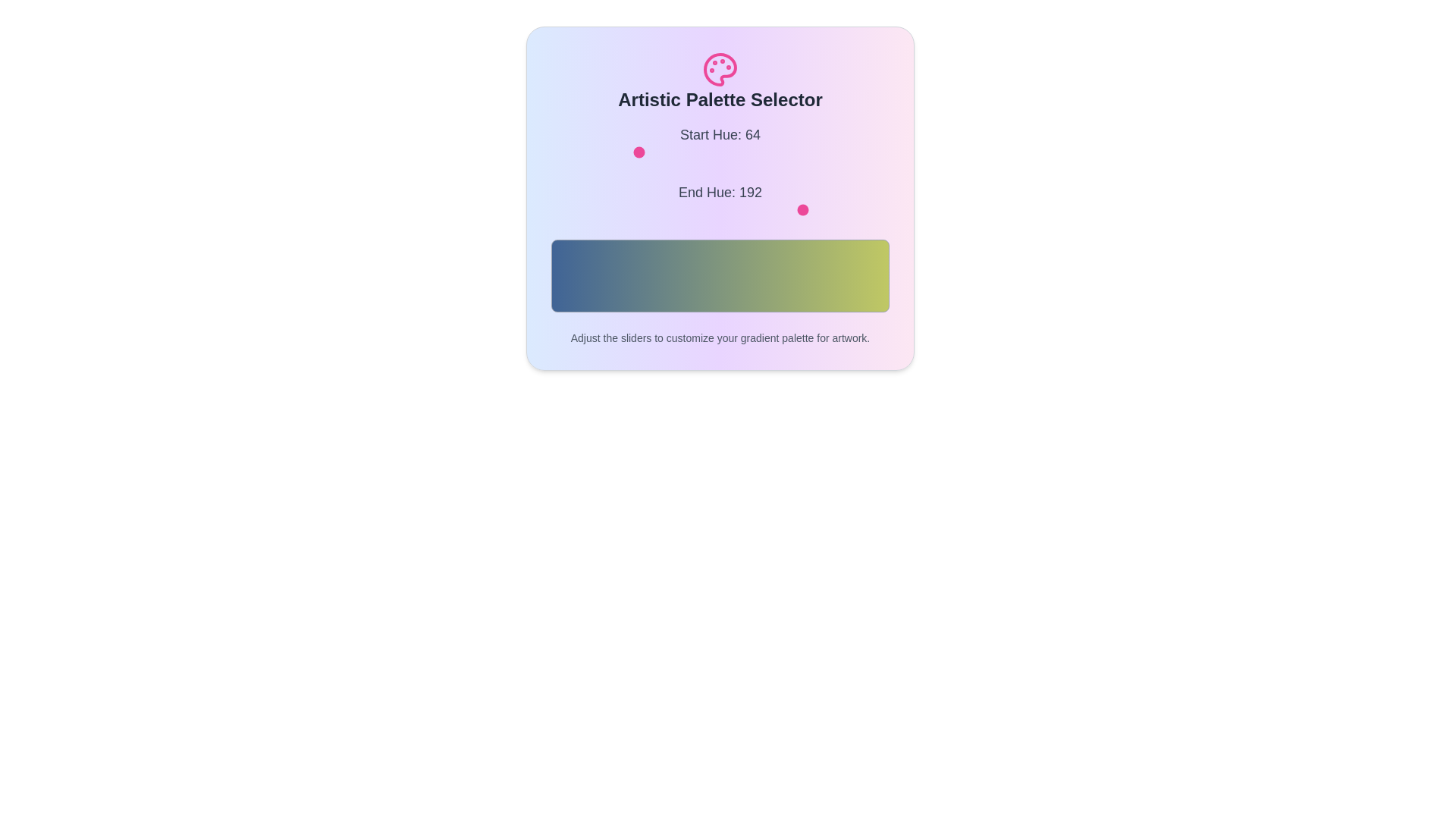 This screenshot has height=819, width=1456. Describe the element at coordinates (729, 210) in the screenshot. I see `the 'End Hue' slider to 134` at that location.